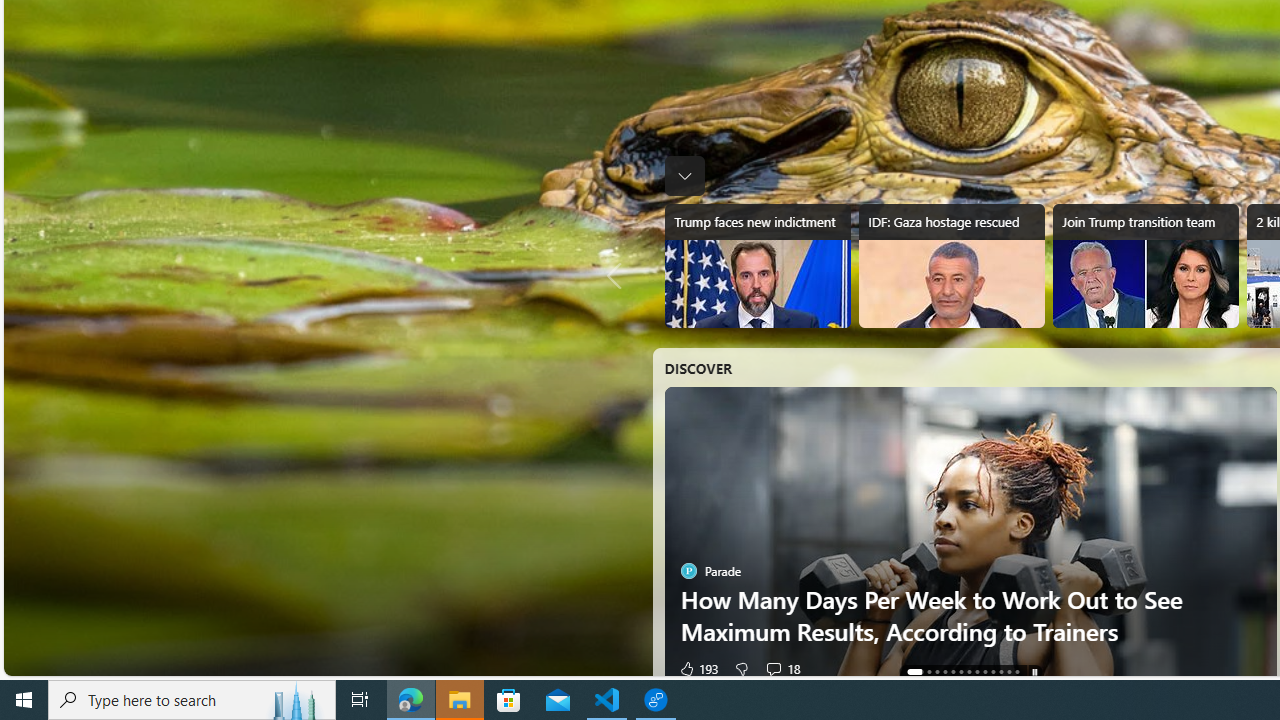  What do you see at coordinates (984, 672) in the screenshot?
I see `'AutomationID: tab-8'` at bounding box center [984, 672].